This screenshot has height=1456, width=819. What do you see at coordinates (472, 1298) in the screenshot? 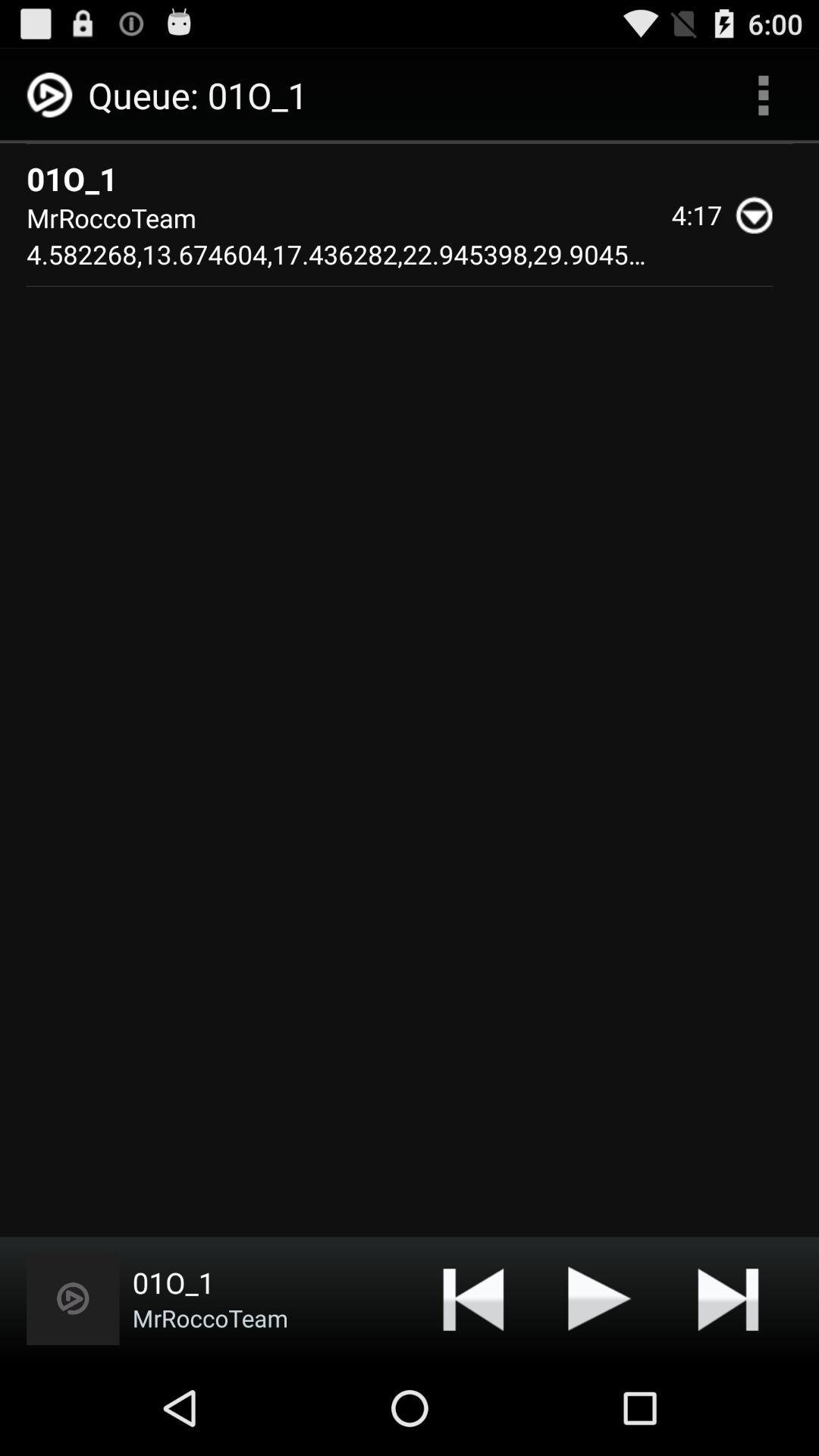
I see `previous song` at bounding box center [472, 1298].